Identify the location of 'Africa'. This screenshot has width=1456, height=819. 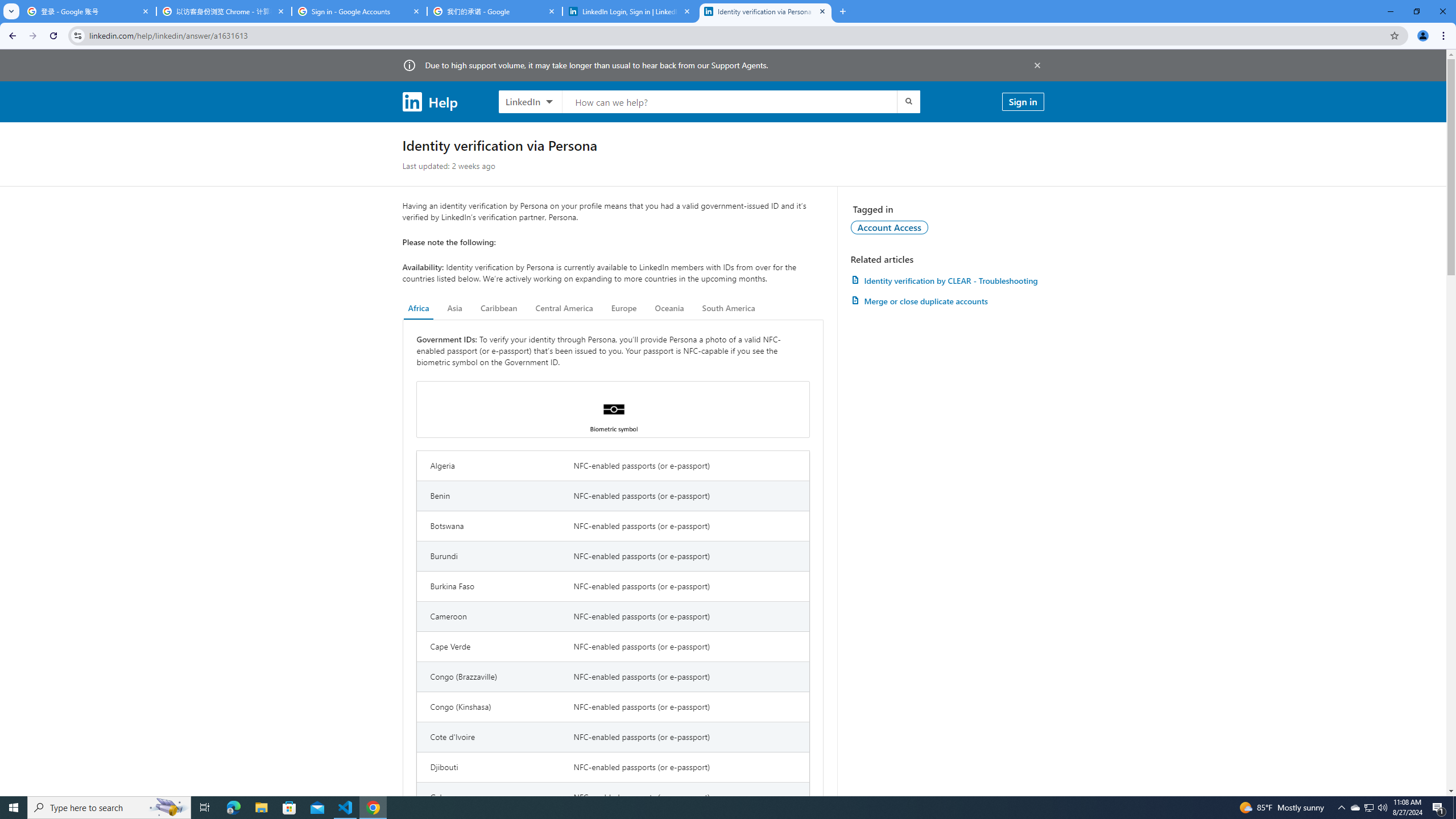
(418, 308).